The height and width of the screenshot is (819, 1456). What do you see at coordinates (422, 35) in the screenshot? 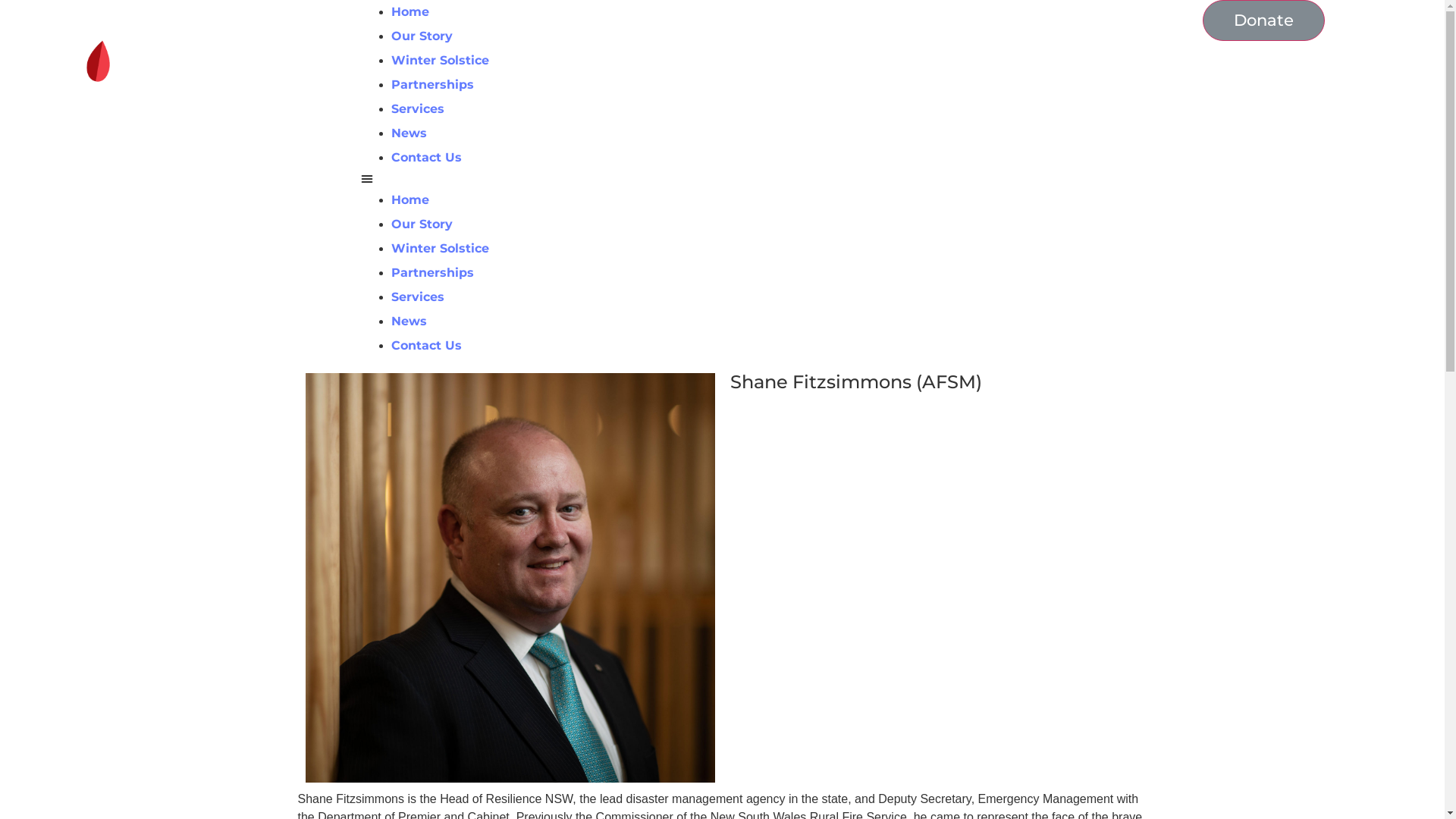
I see `'Our Story'` at bounding box center [422, 35].